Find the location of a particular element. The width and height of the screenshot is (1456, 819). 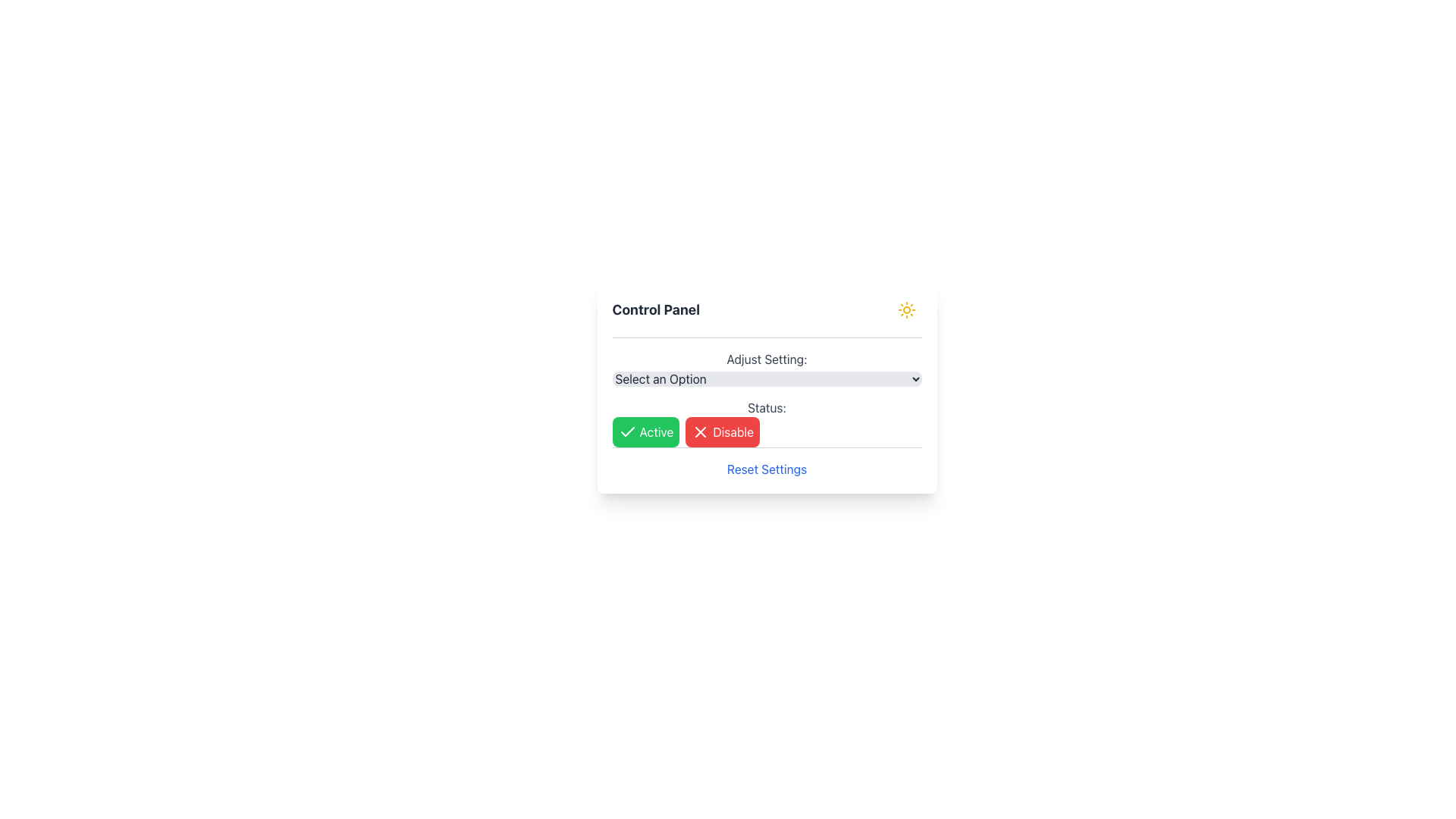

the status toggle button located to the right of the 'Active' button in the 'Status' group of the Control Panel is located at coordinates (722, 432).